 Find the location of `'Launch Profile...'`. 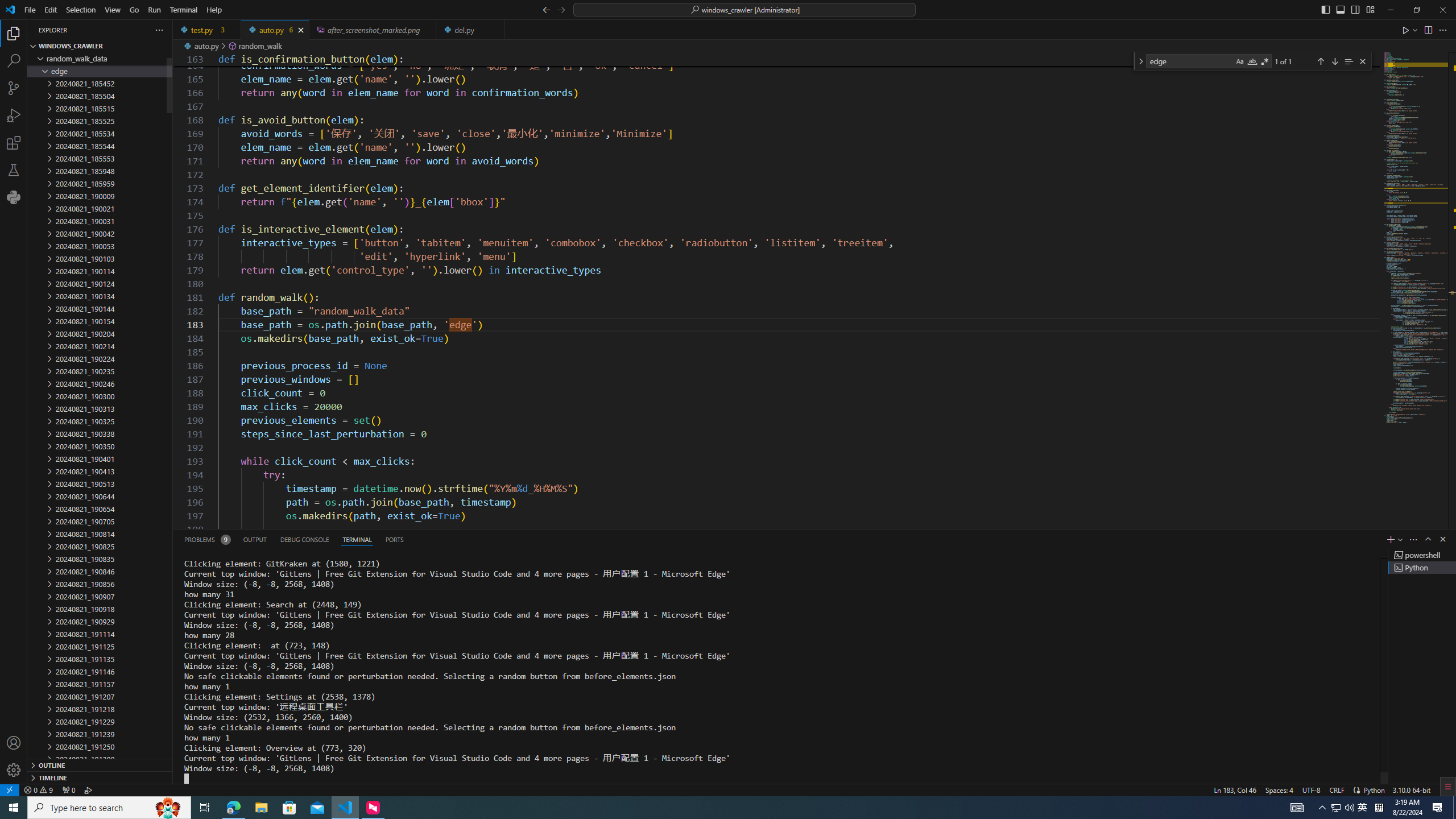

'Launch Profile...' is located at coordinates (1400, 539).